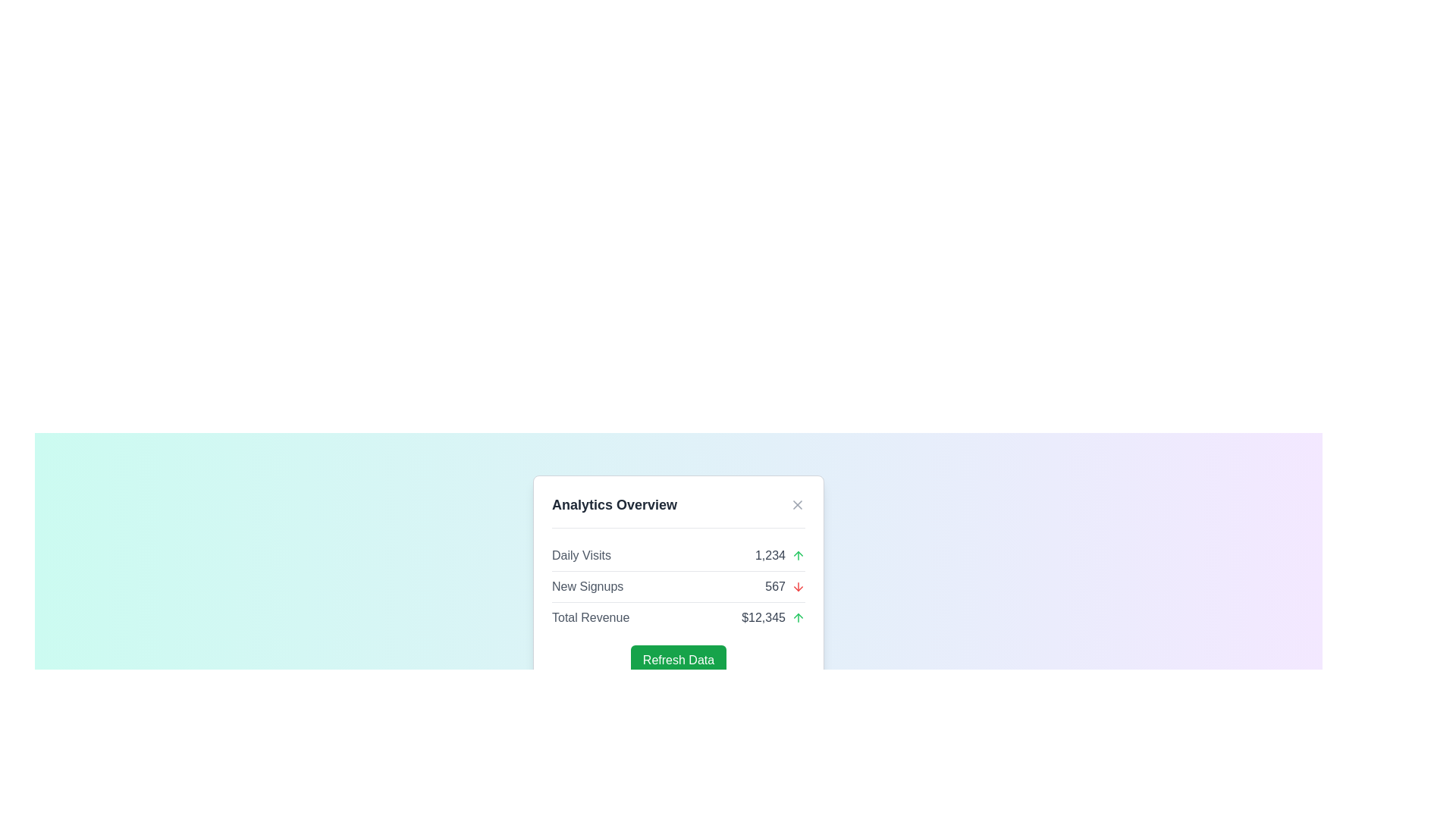 Image resolution: width=1456 pixels, height=819 pixels. What do you see at coordinates (587, 586) in the screenshot?
I see `the descriptive text label indicating the context of the number of new signups in the second row of the 'Analytics Overview' card, positioned to the left of the numerical value '567'` at bounding box center [587, 586].